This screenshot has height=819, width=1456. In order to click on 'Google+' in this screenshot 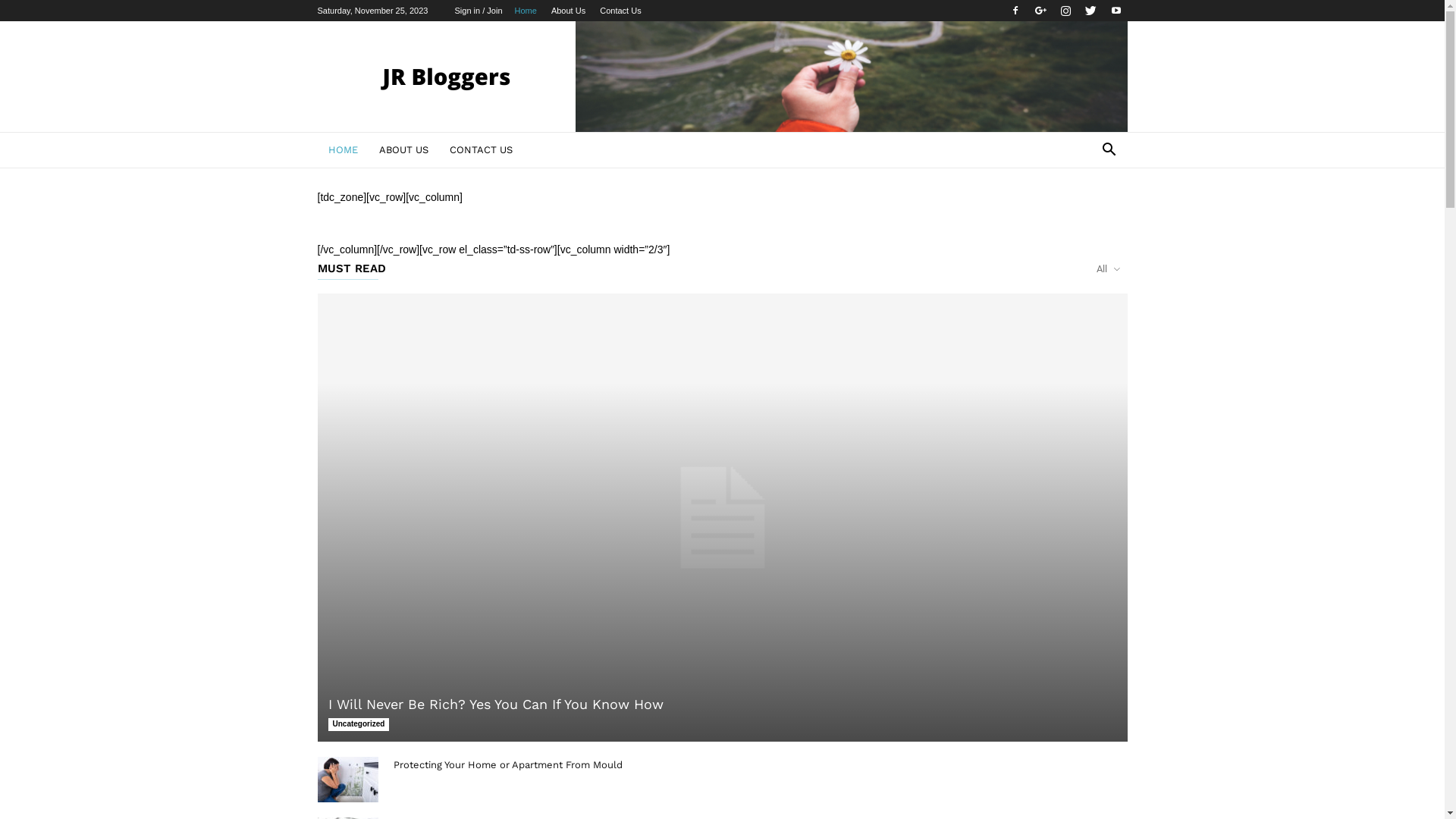, I will do `click(1029, 11)`.